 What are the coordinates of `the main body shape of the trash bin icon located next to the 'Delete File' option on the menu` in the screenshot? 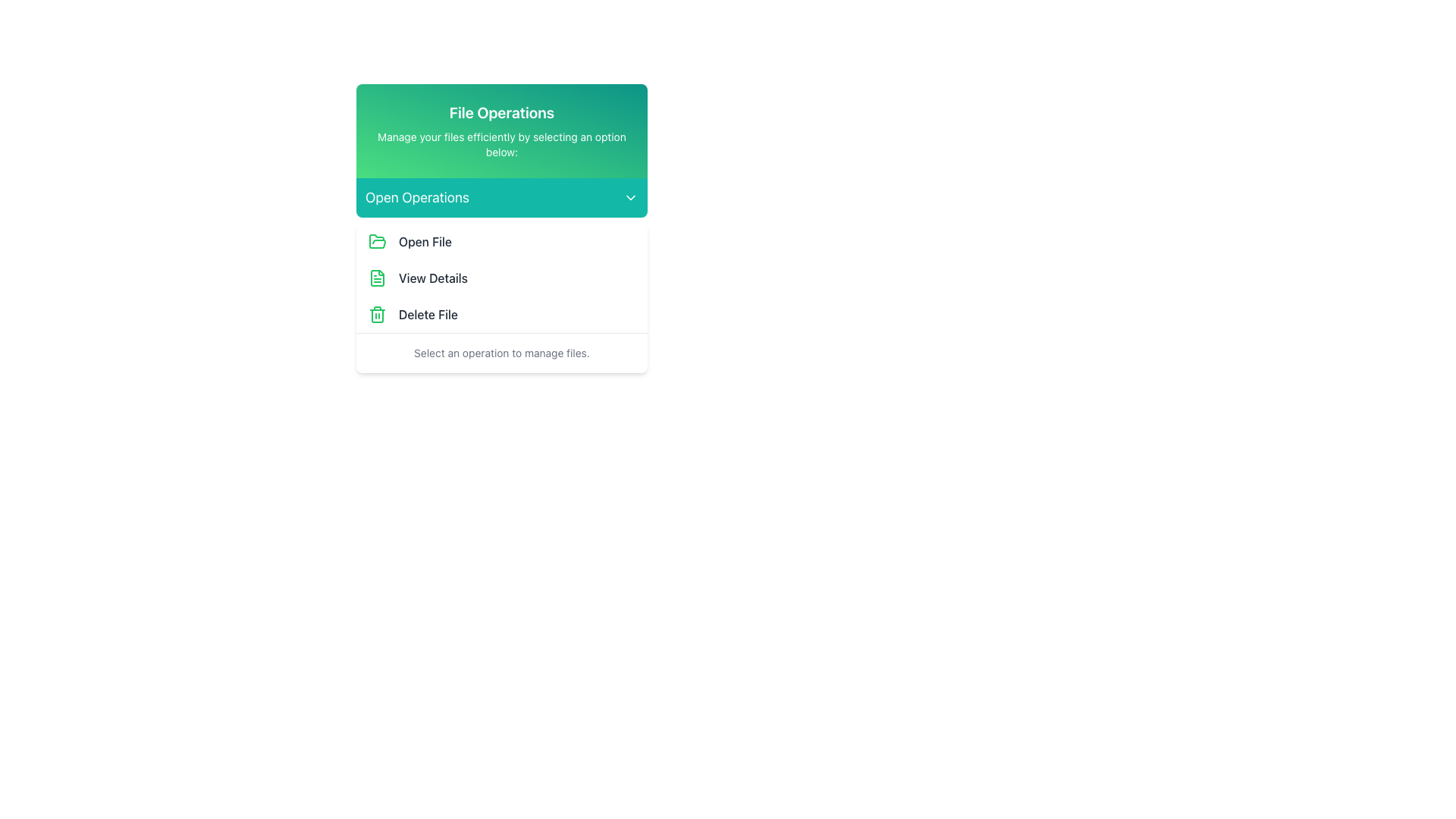 It's located at (378, 315).